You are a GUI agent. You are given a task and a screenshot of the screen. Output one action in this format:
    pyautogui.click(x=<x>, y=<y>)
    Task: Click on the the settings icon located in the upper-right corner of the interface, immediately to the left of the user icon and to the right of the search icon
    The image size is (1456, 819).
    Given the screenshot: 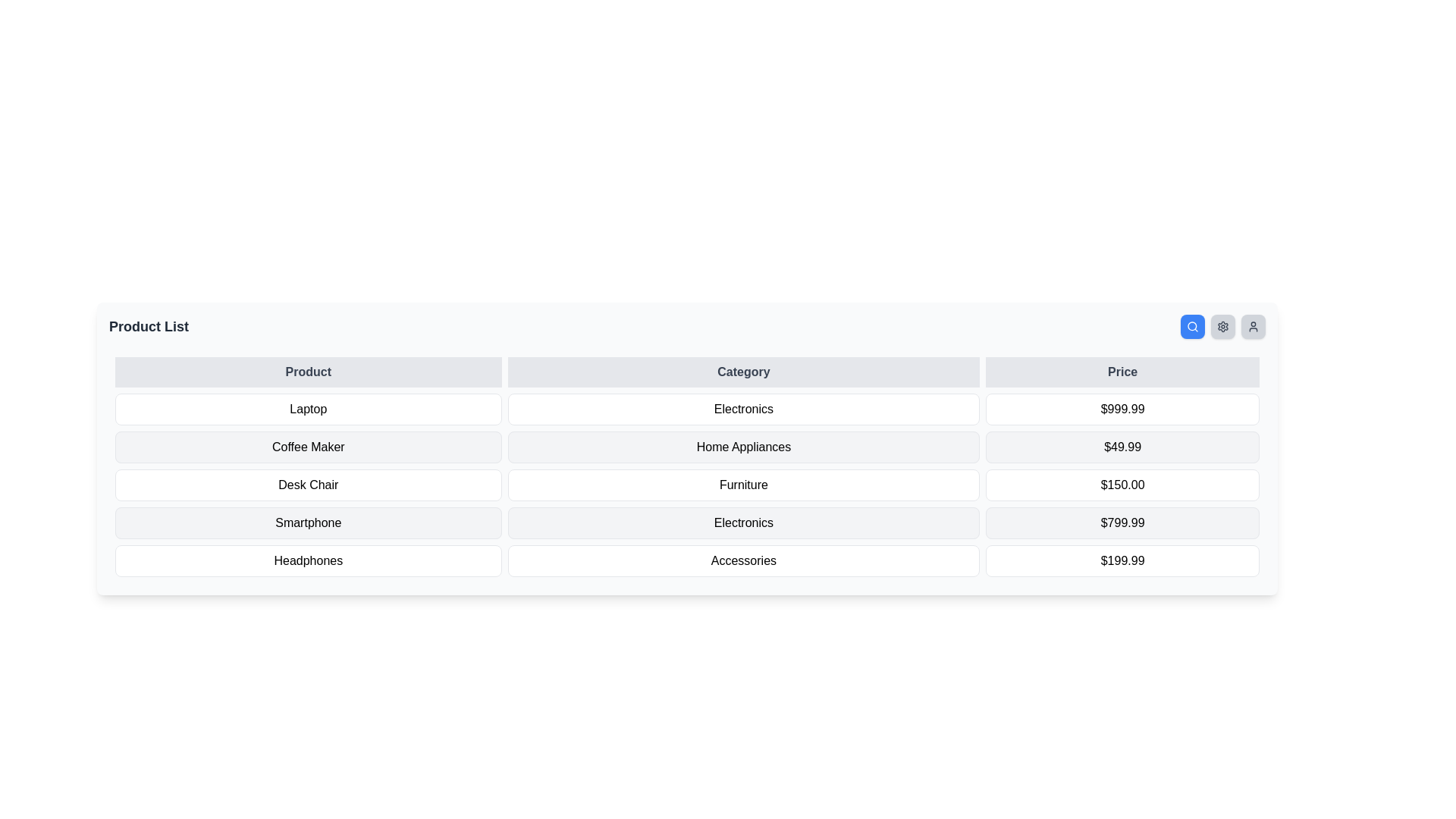 What is the action you would take?
    pyautogui.click(x=1222, y=326)
    